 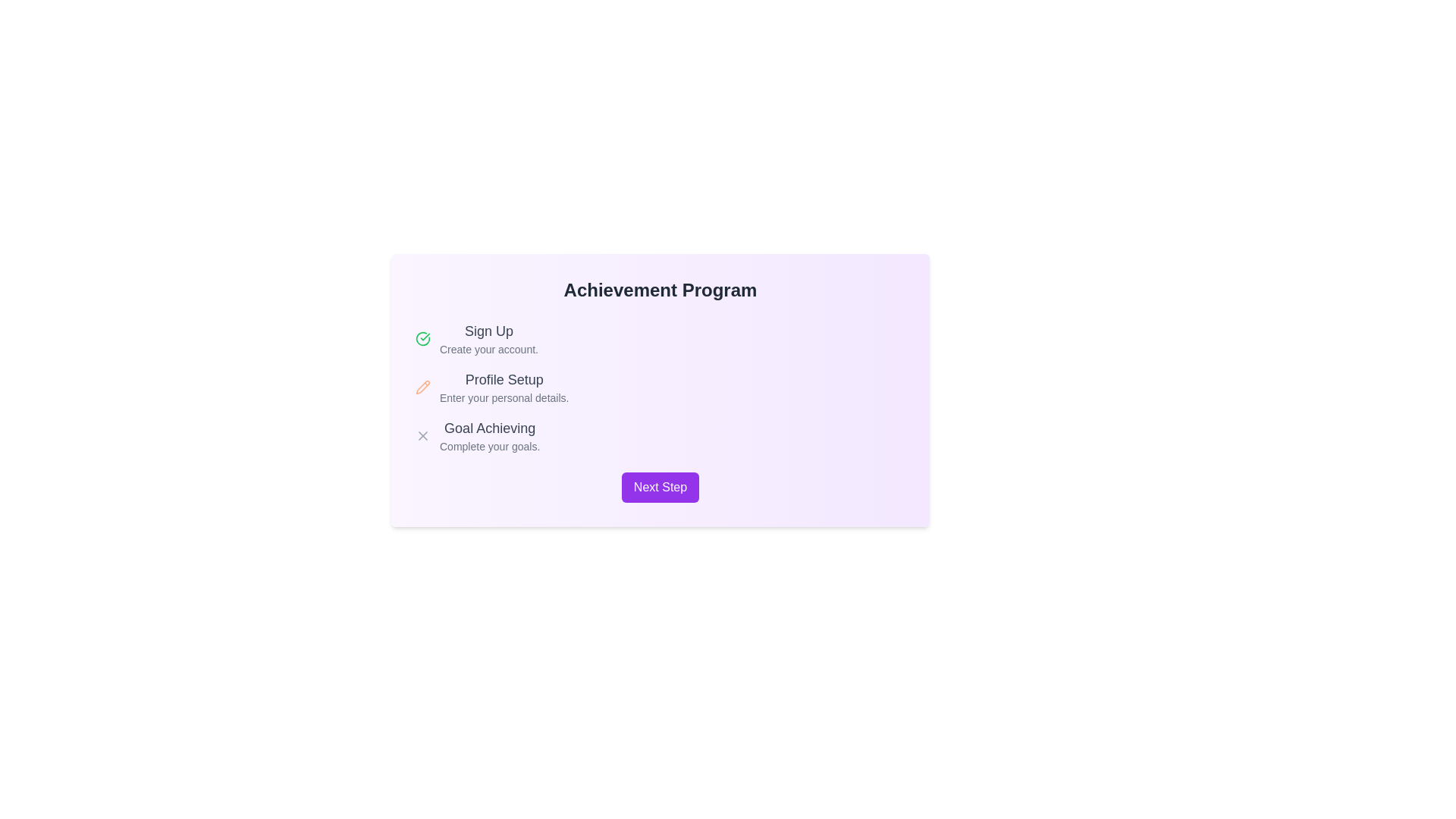 I want to click on attention on the 'Profile Setup' text label, so click(x=504, y=386).